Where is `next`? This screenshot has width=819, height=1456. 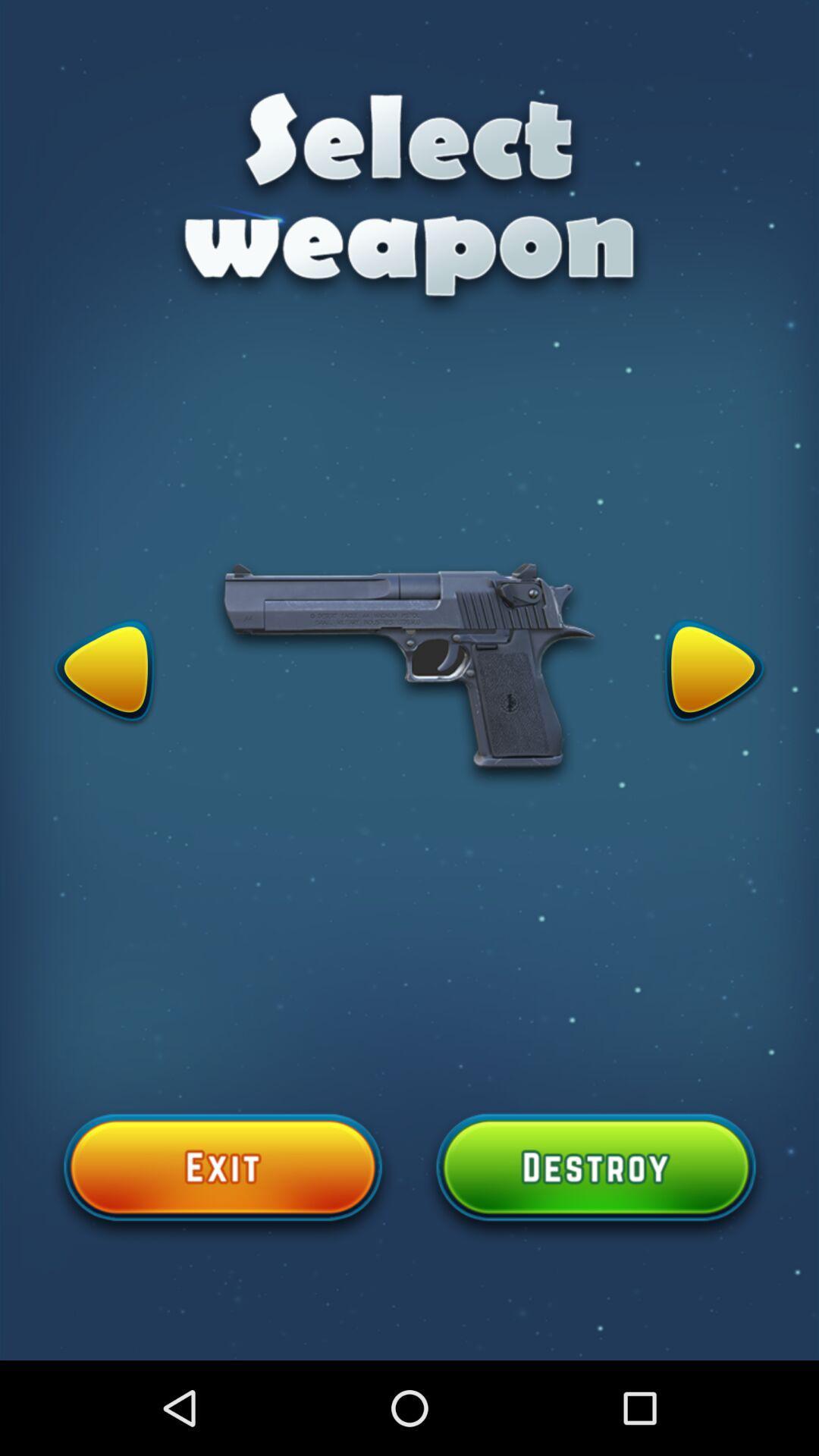 next is located at coordinates (714, 673).